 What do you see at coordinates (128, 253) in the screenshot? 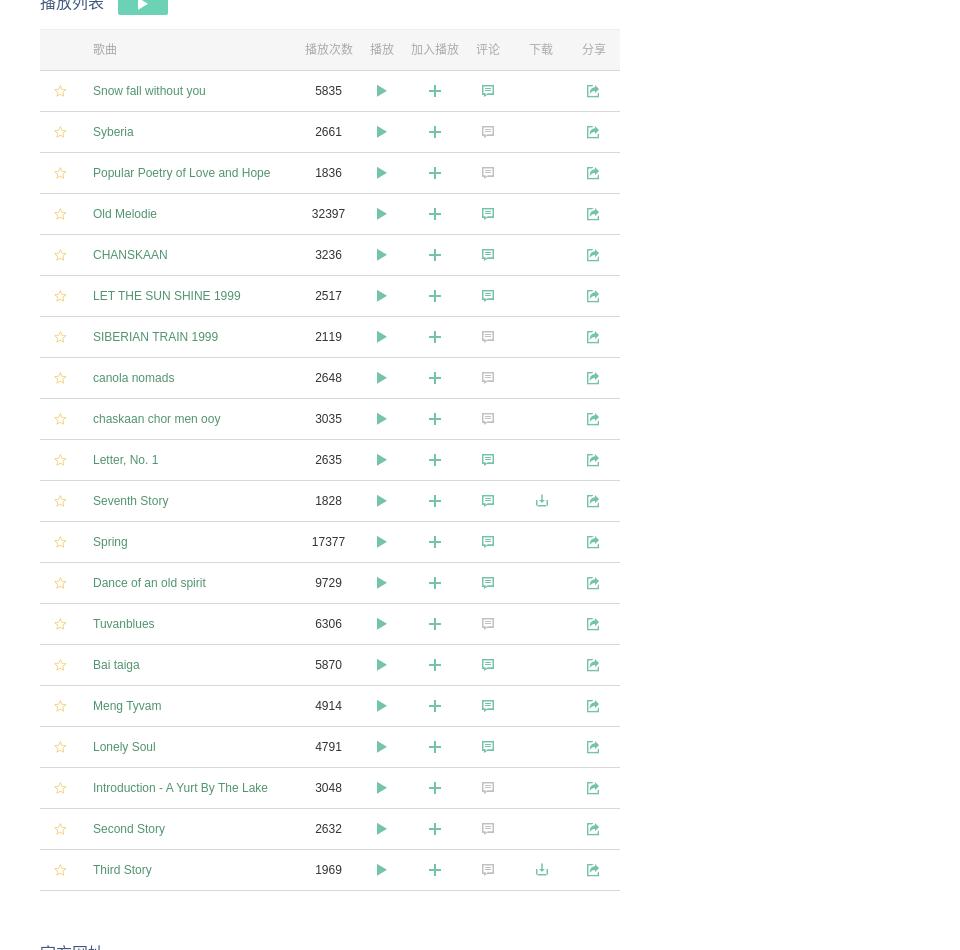
I see `'CHANSKAAN'` at bounding box center [128, 253].